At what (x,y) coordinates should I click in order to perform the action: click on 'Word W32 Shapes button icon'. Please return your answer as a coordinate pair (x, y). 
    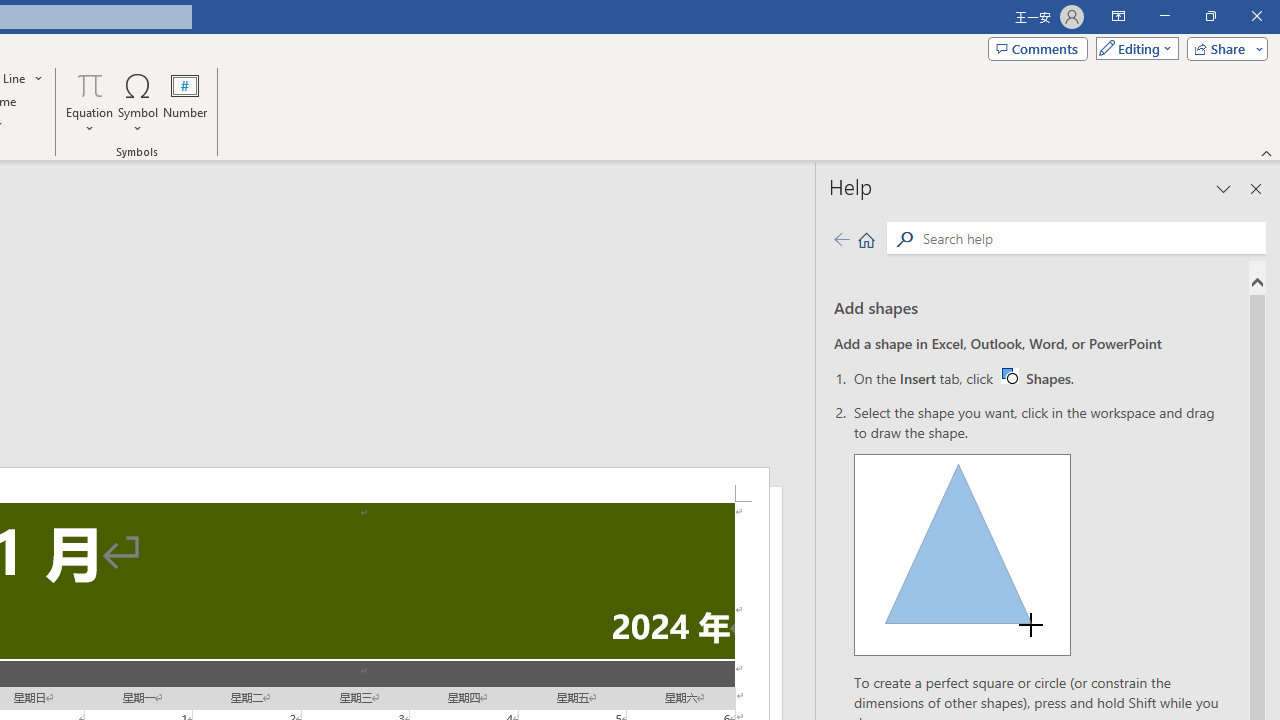
    Looking at the image, I should click on (1009, 375).